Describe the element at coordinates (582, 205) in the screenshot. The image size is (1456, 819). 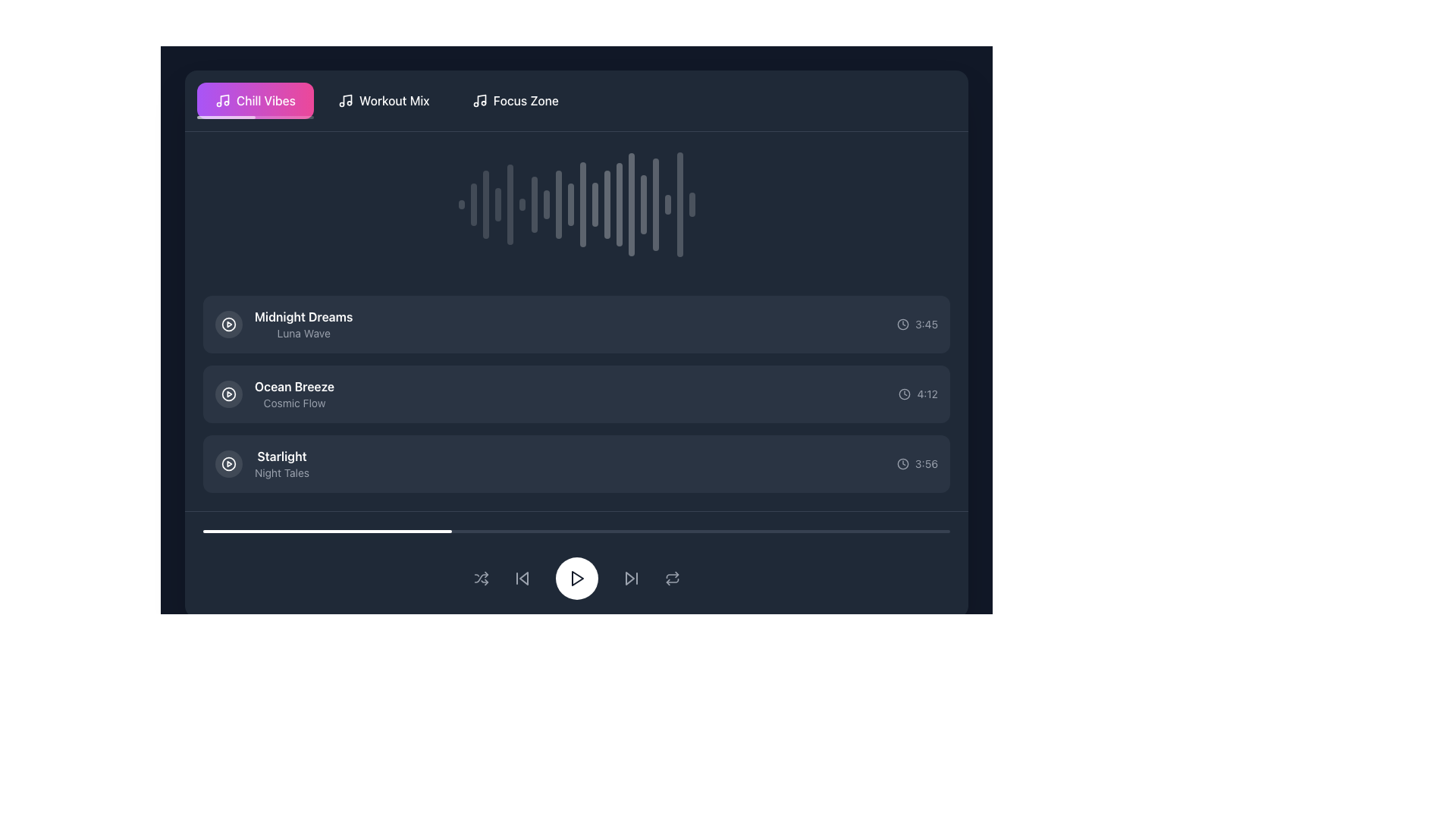
I see `the 11th vertical bar in the waveform display, which is a non-interactive graphical bar indicator with a transparent white appearance and rounded edges` at that location.